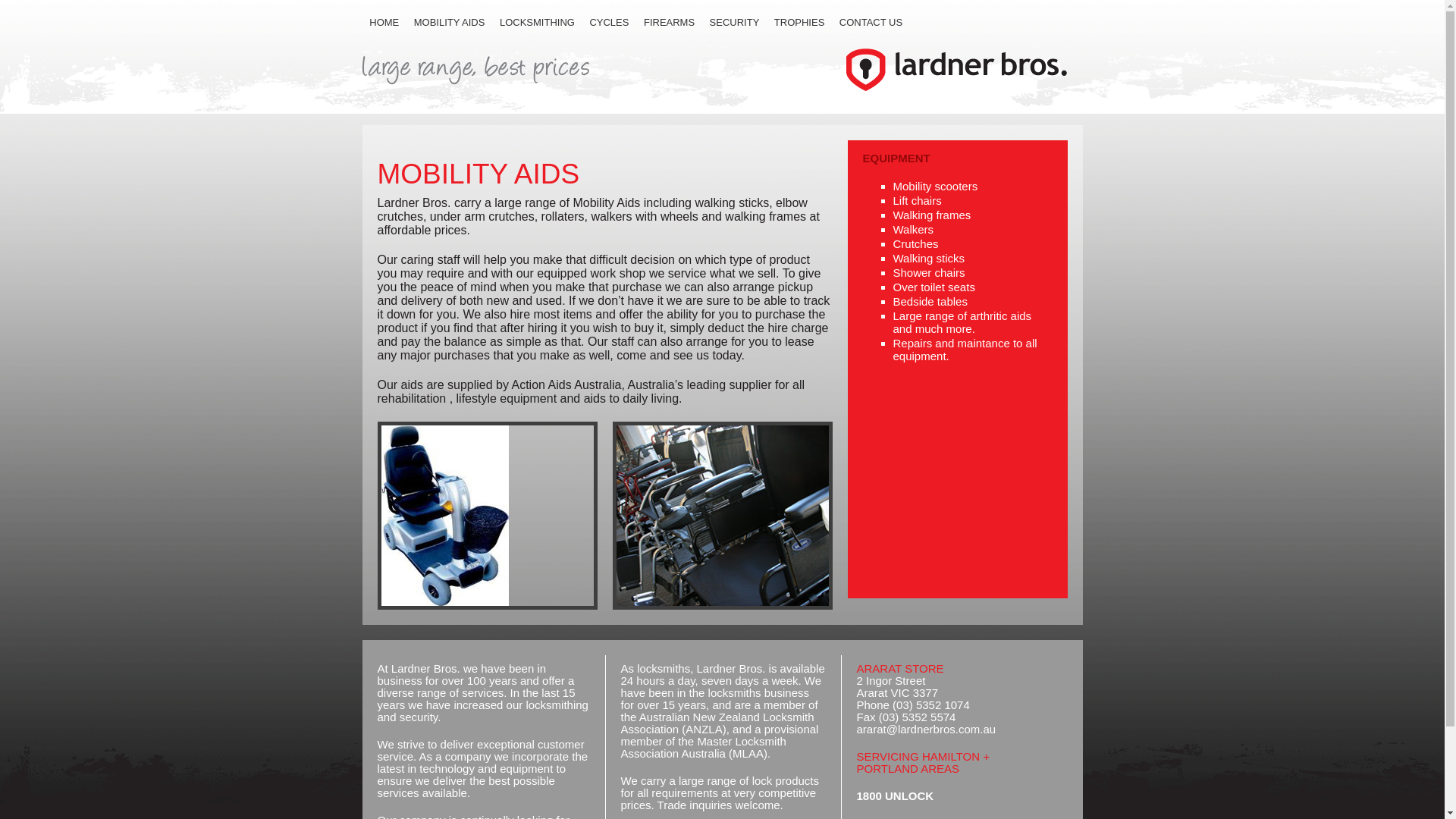 The height and width of the screenshot is (819, 1456). What do you see at coordinates (636, 22) in the screenshot?
I see `'FIREARMS'` at bounding box center [636, 22].